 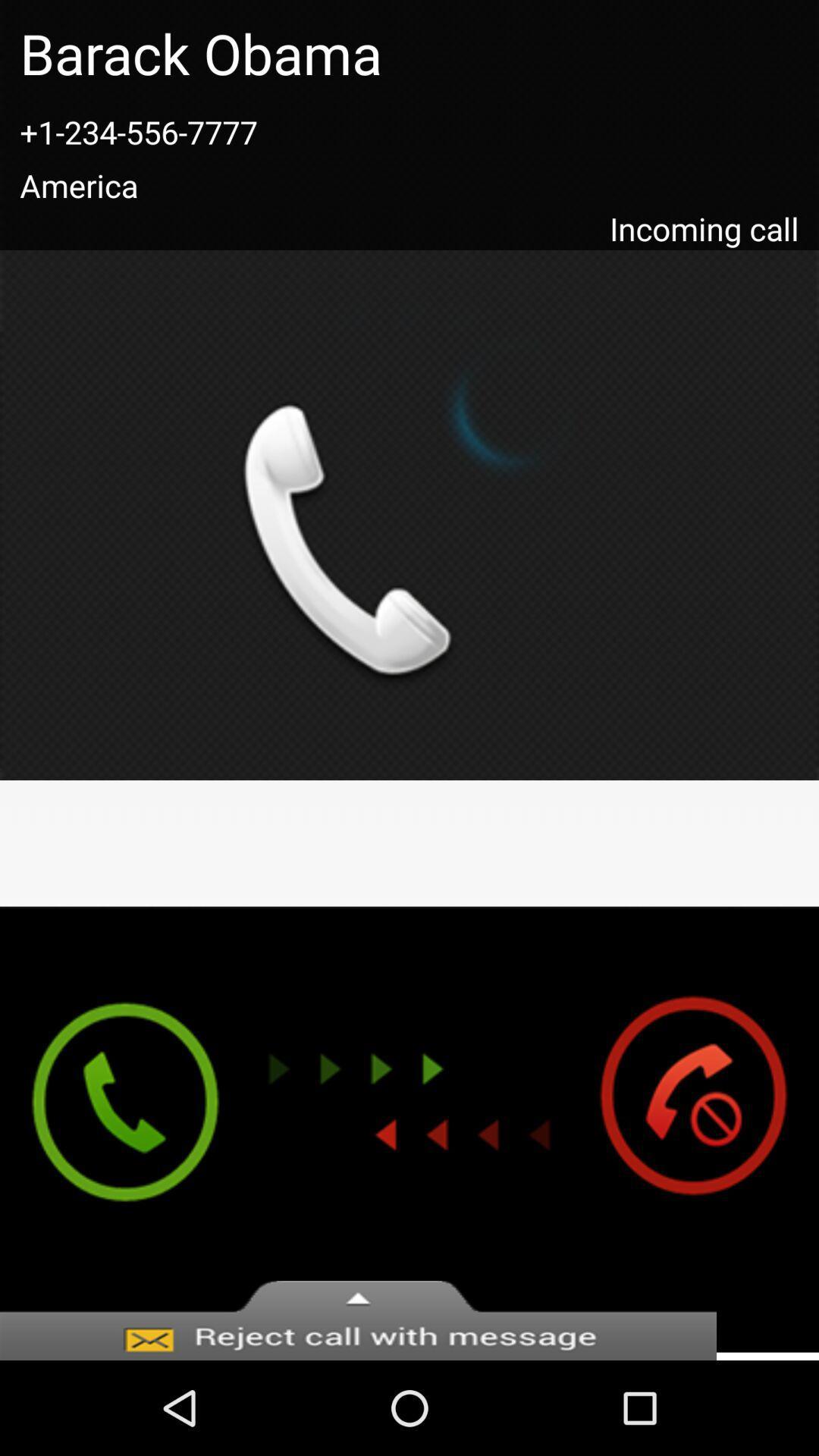 I want to click on answer the call, so click(x=110, y=1129).